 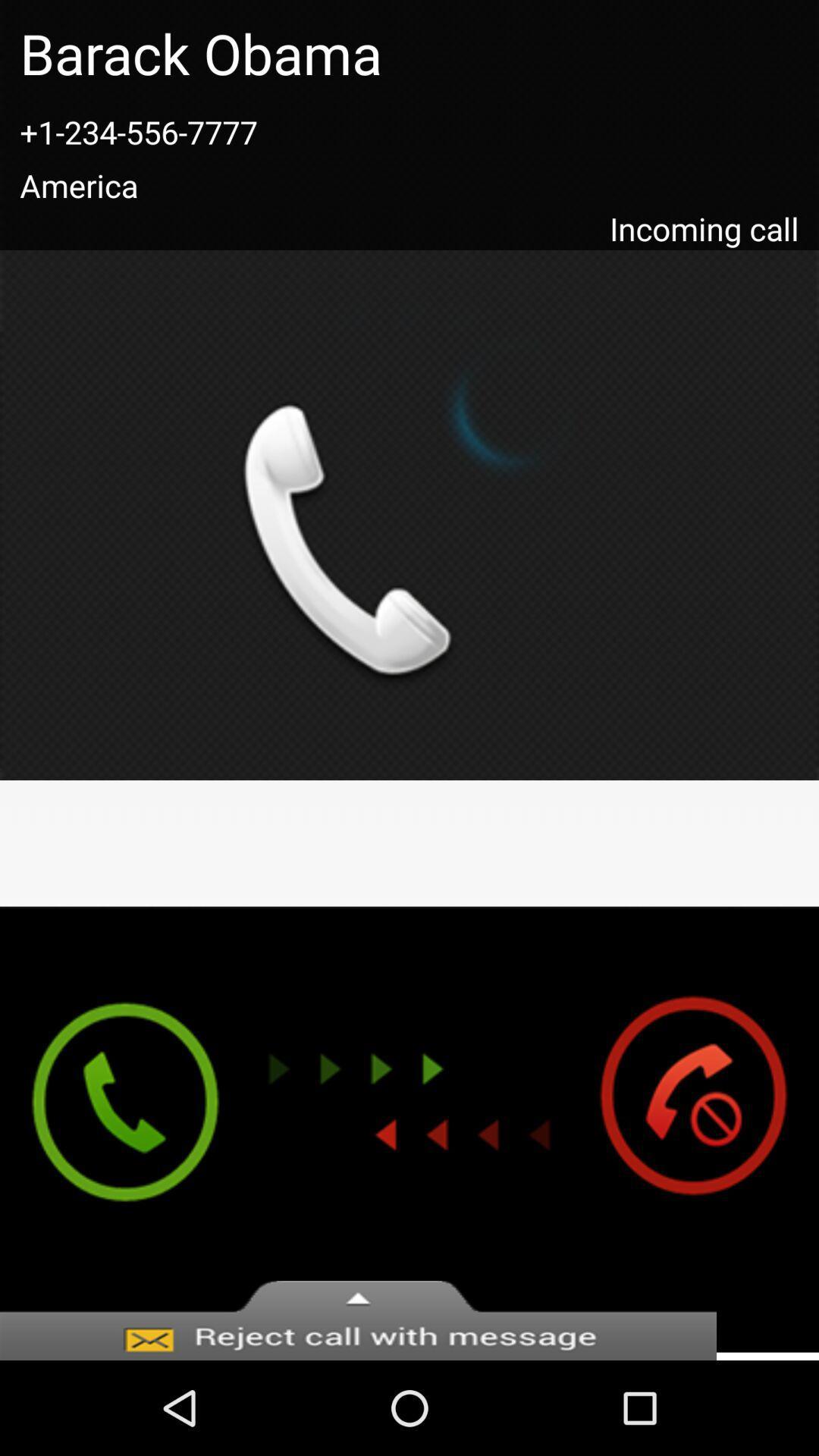 I want to click on answer the call, so click(x=110, y=1129).